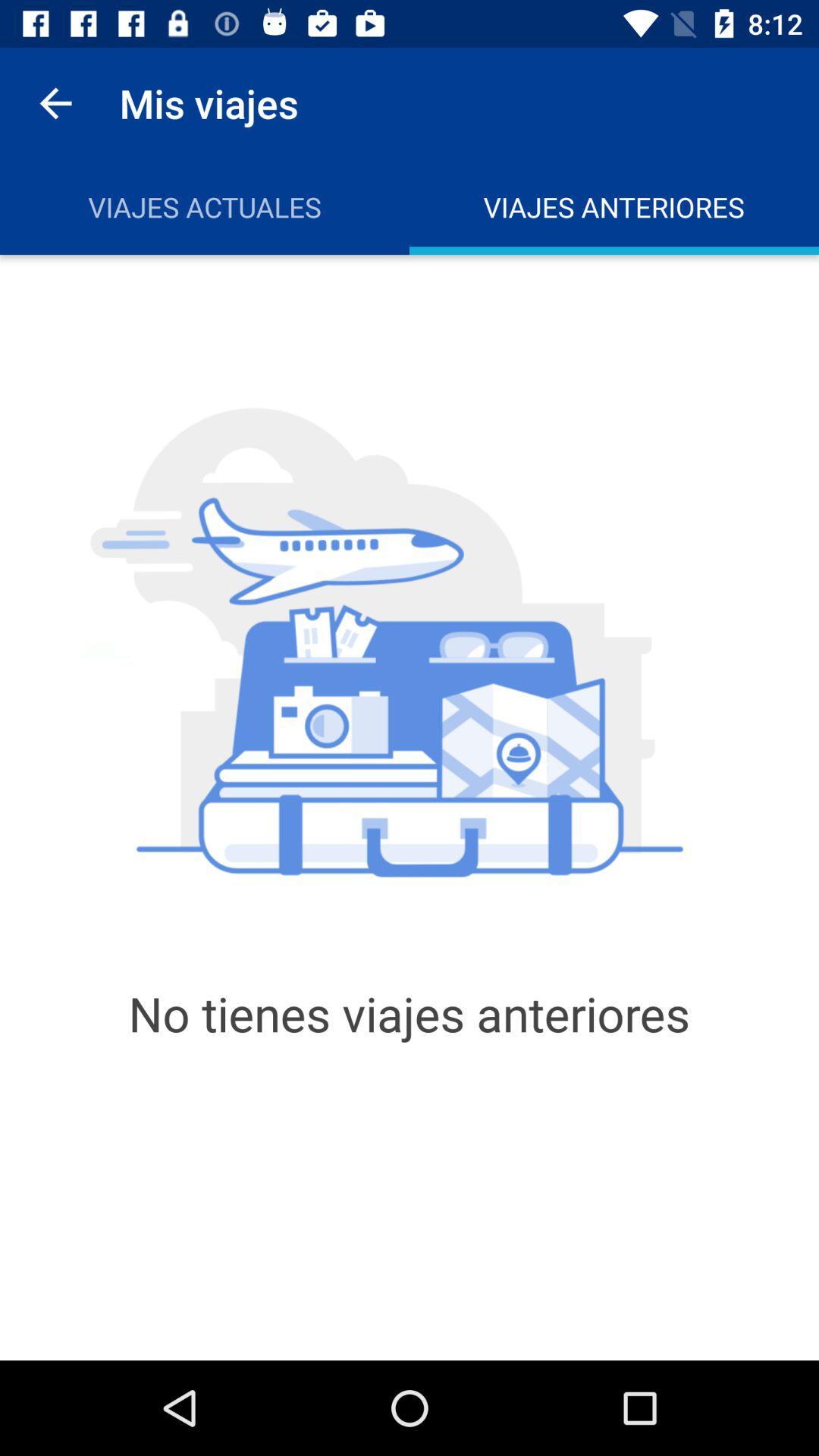 The image size is (819, 1456). I want to click on app to the left of the mis viajes icon, so click(55, 102).